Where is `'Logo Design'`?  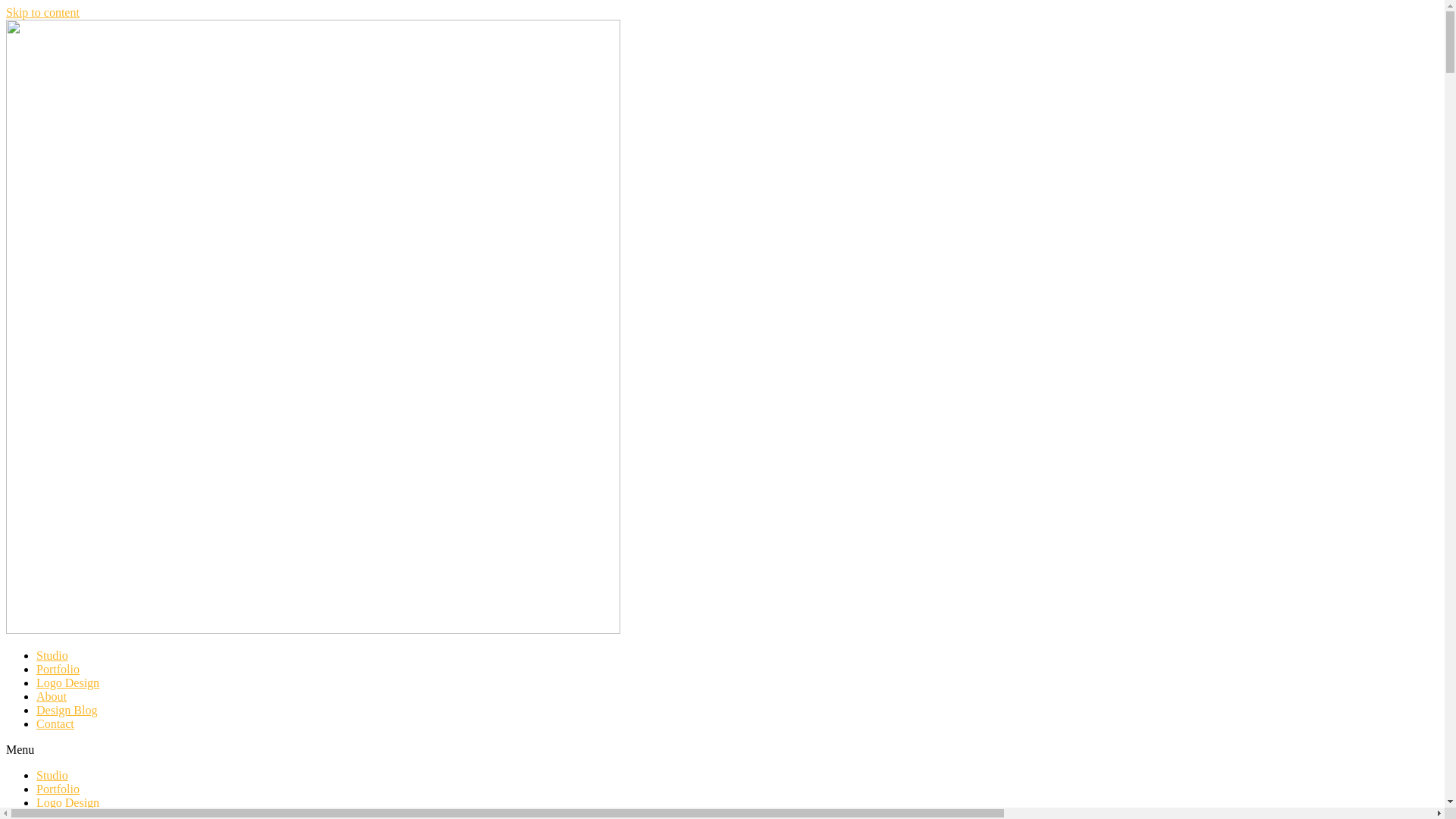
'Logo Design' is located at coordinates (36, 802).